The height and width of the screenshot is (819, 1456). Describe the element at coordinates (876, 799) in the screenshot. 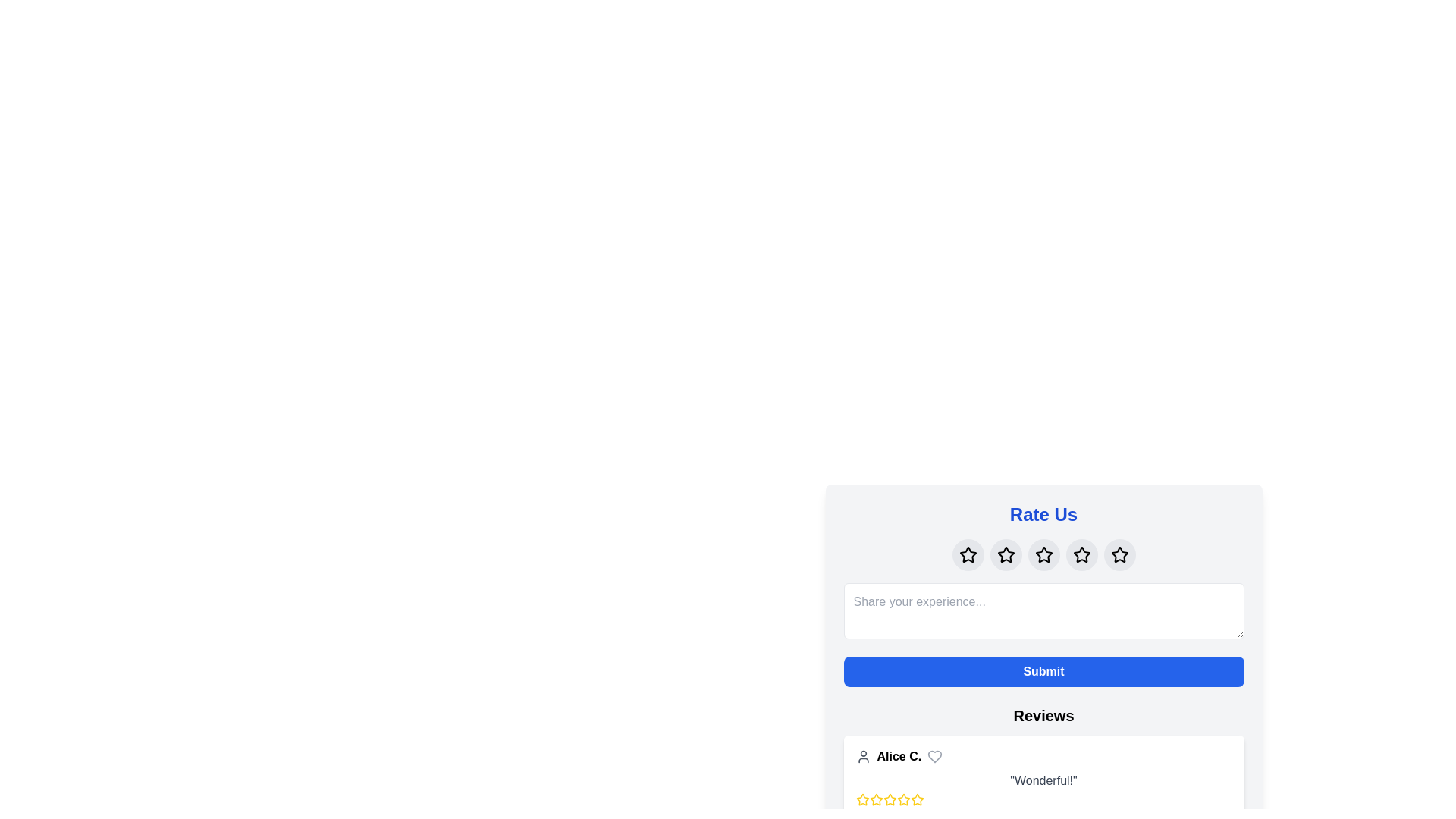

I see `the second star` at that location.